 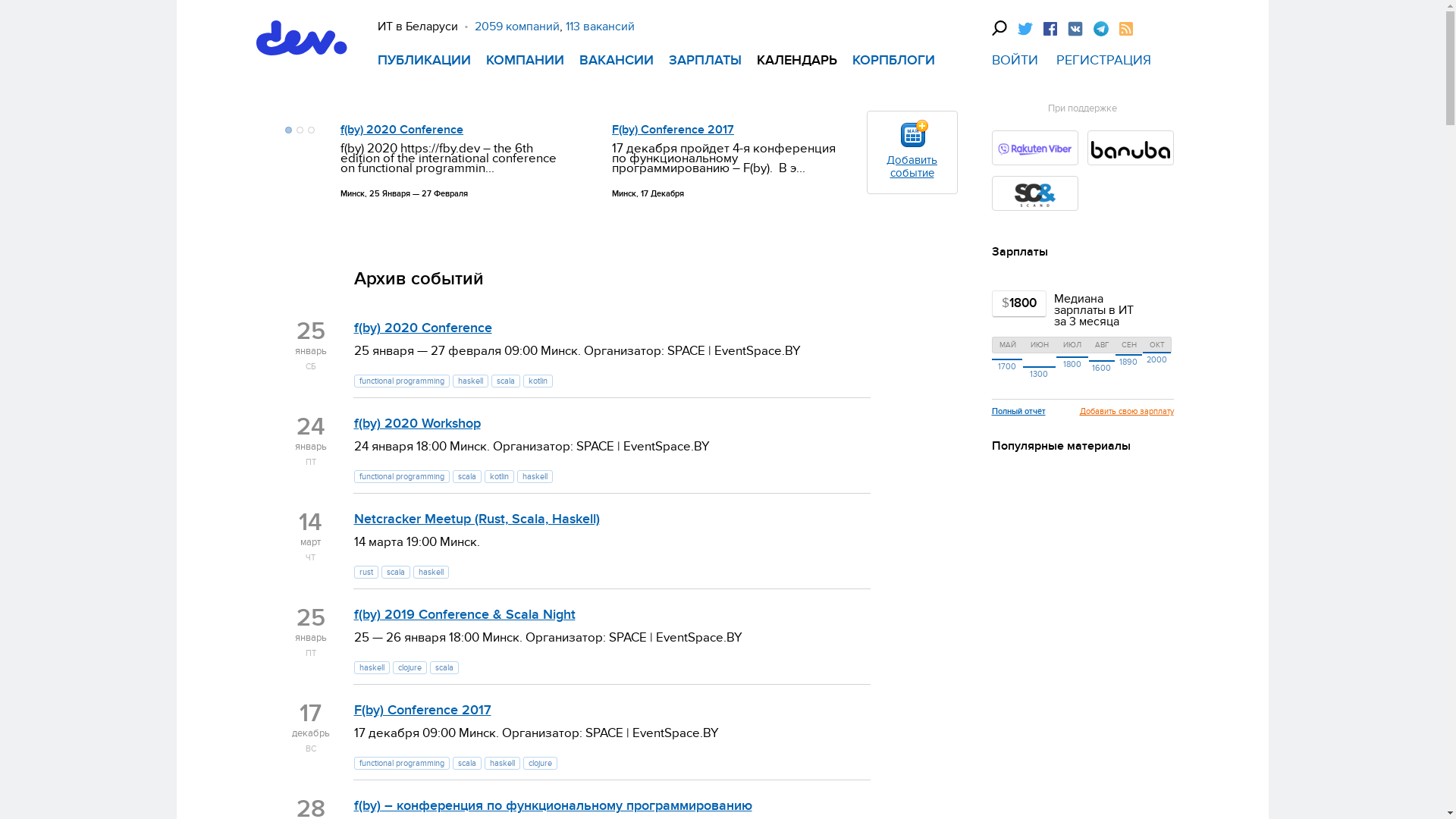 What do you see at coordinates (463, 614) in the screenshot?
I see `'f(by) 2019 Conference & Scala Night'` at bounding box center [463, 614].